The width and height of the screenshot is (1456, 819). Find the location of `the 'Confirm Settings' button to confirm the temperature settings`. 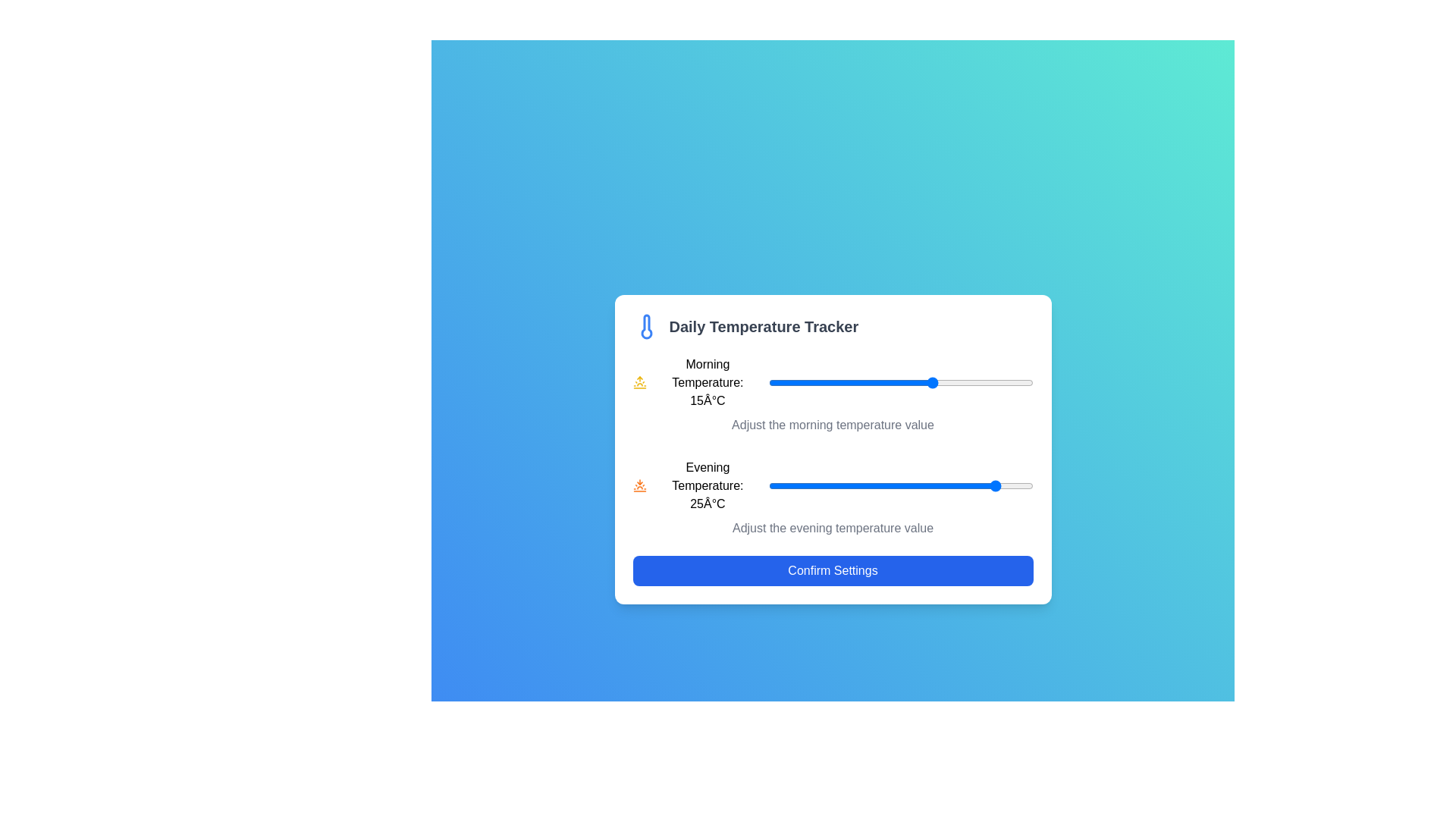

the 'Confirm Settings' button to confirm the temperature settings is located at coordinates (832, 570).